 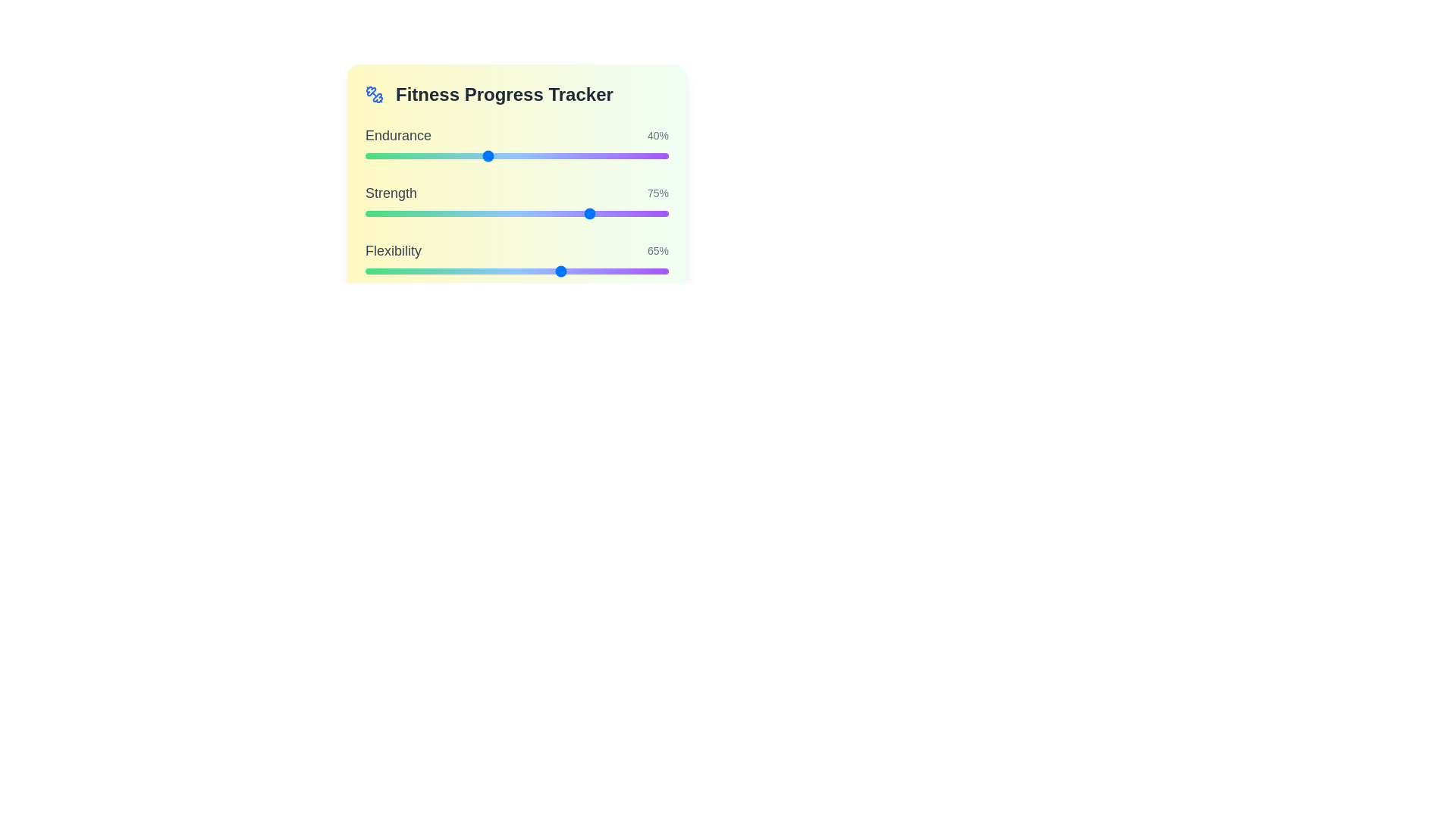 I want to click on strength slider, so click(x=381, y=213).